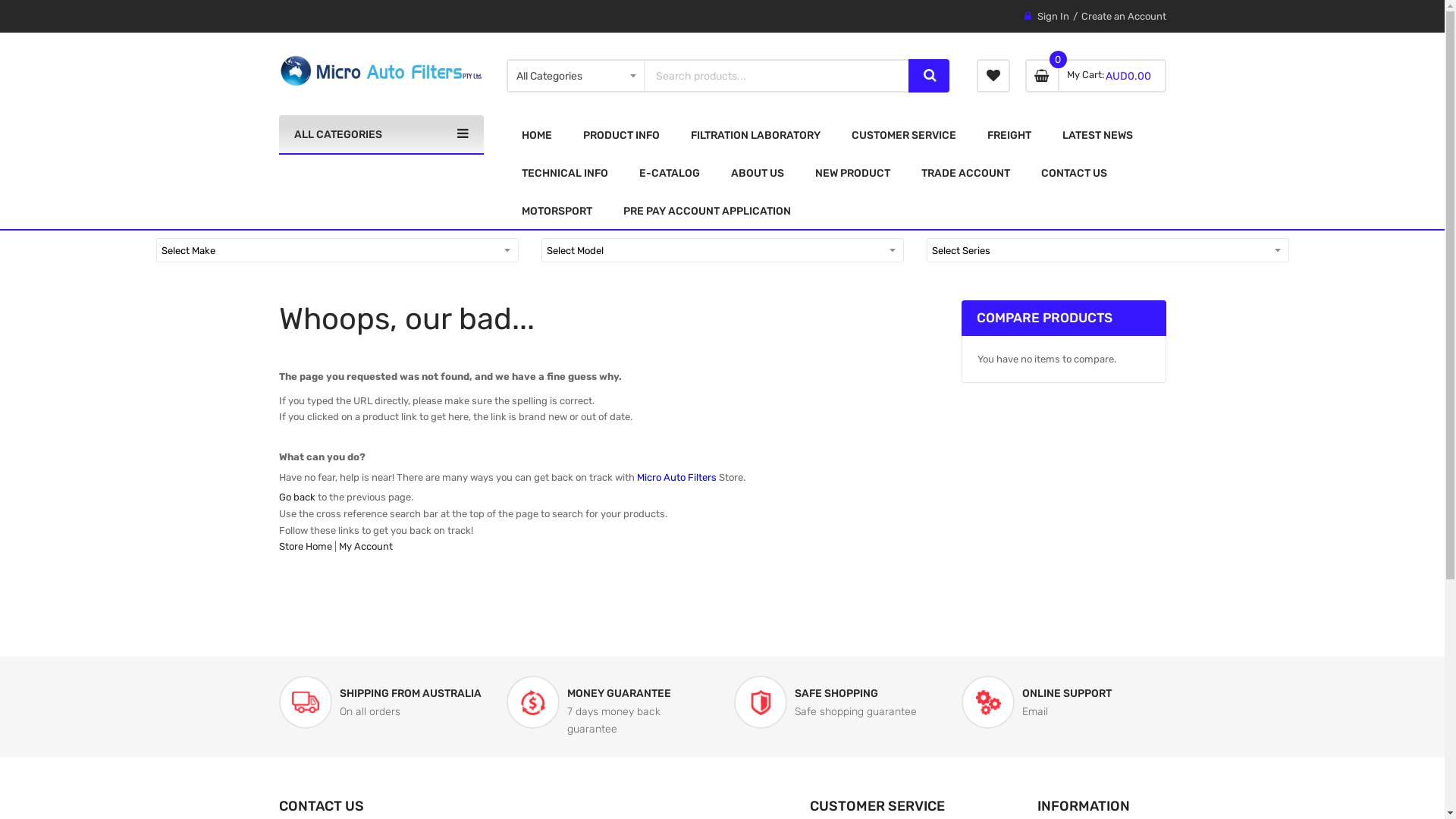 This screenshot has height=819, width=1456. Describe the element at coordinates (852, 171) in the screenshot. I see `'NEW PRODUCT'` at that location.